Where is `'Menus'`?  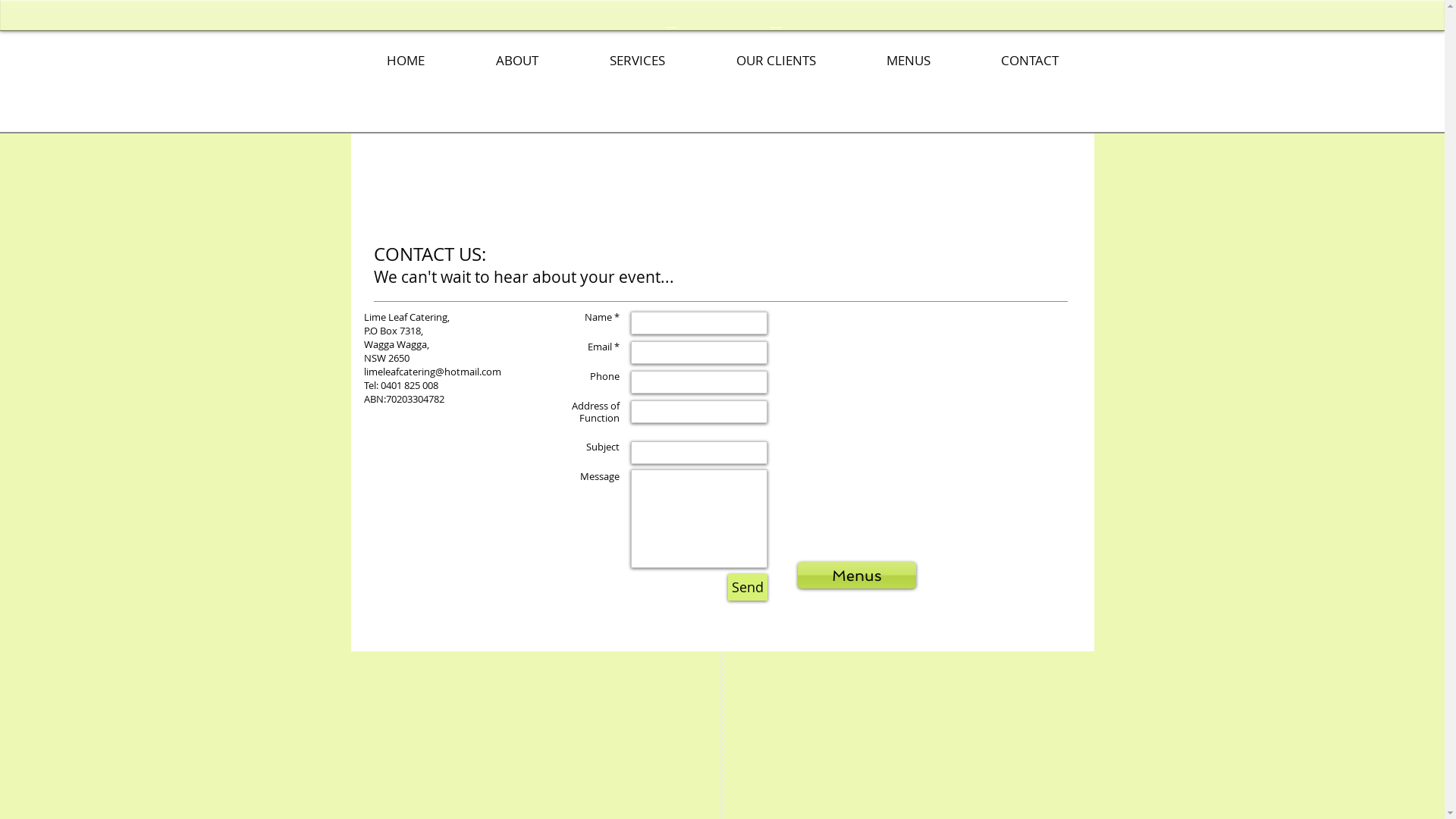 'Menus' is located at coordinates (856, 575).